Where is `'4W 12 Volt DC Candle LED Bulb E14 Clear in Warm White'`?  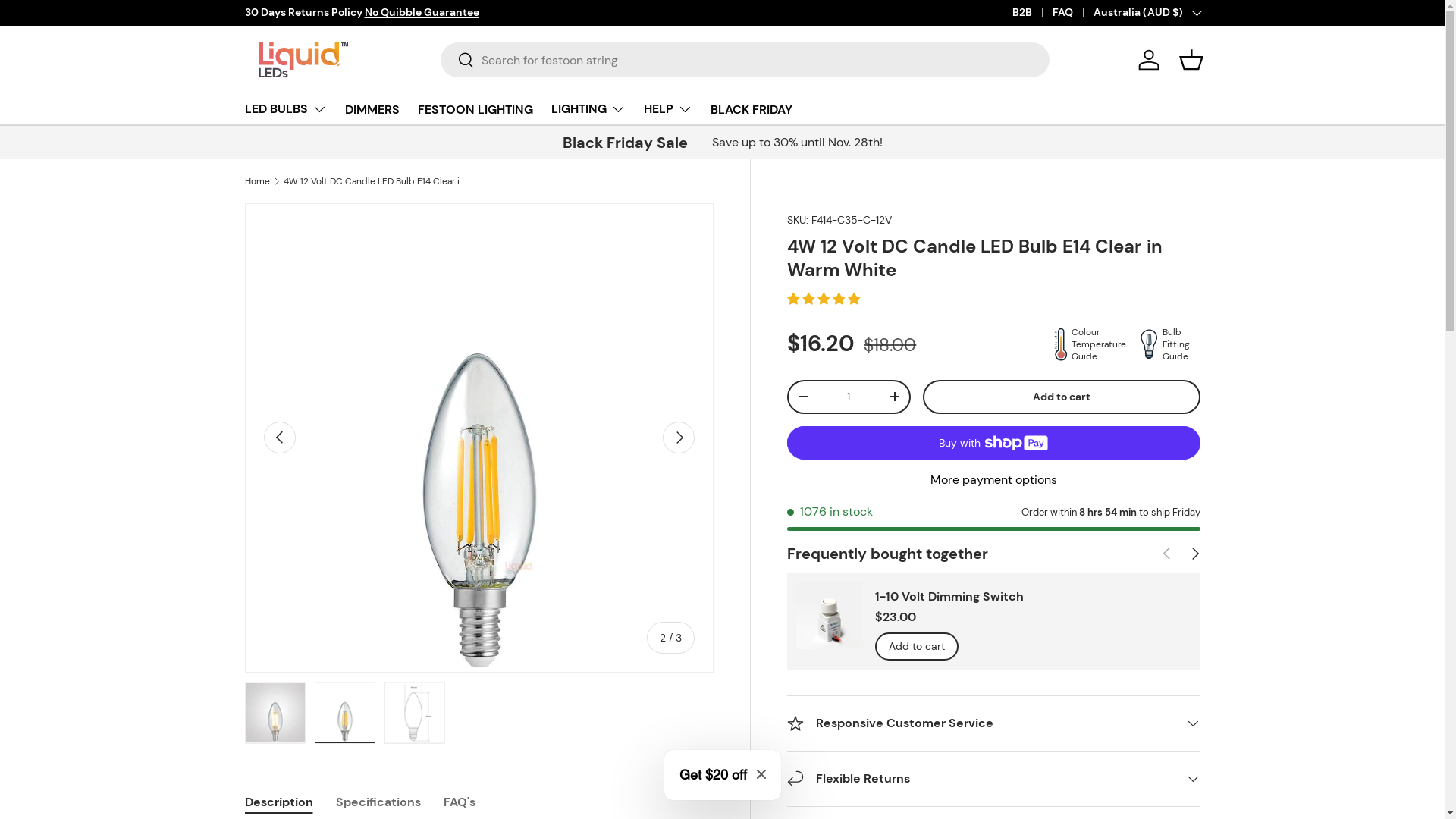
'4W 12 Volt DC Candle LED Bulb E14 Clear in Warm White' is located at coordinates (375, 180).